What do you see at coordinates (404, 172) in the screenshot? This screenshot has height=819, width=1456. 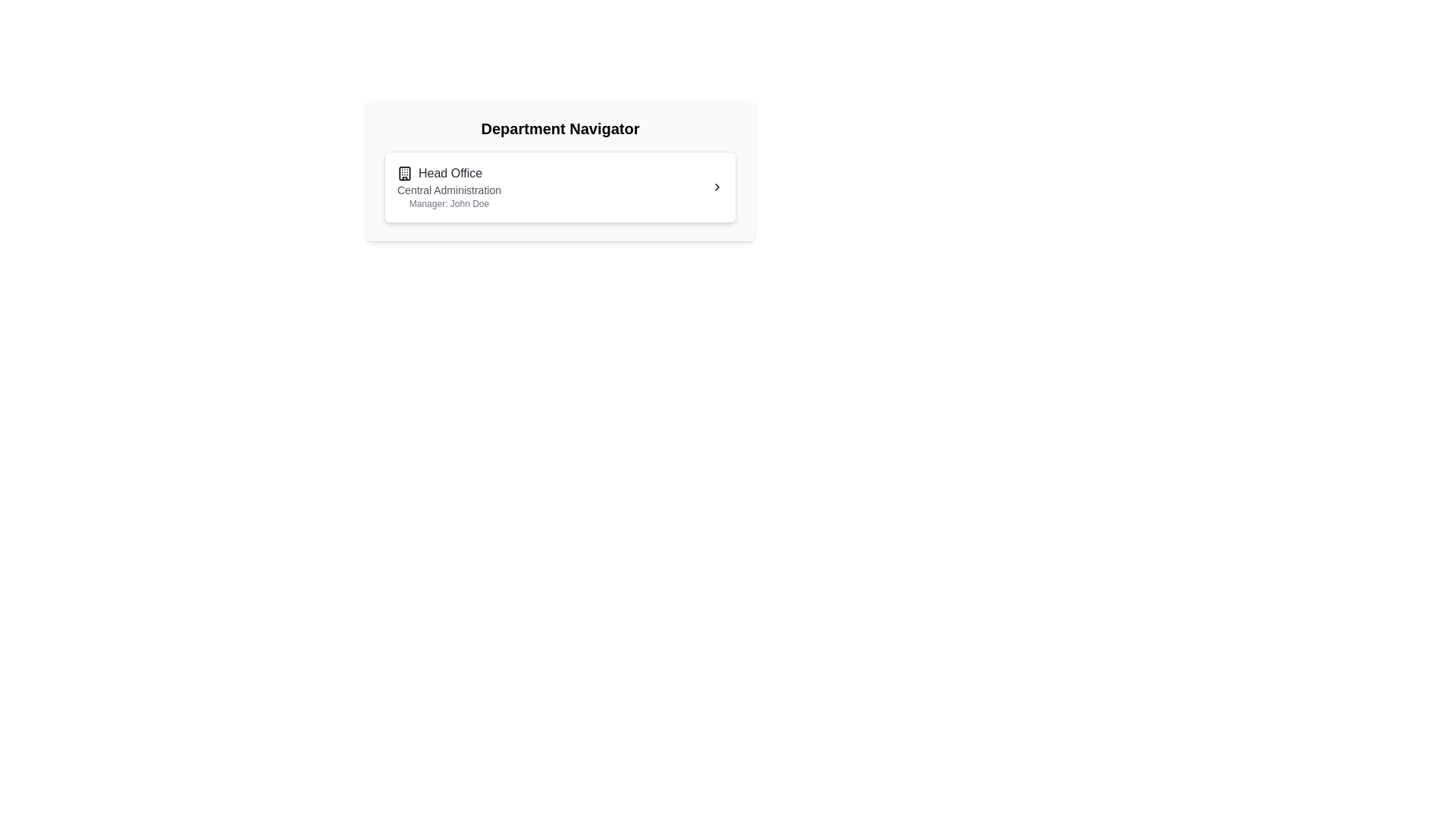 I see `SVG properties of the building icon located to the left of the 'Head Office' text label in the 'Department Navigator' UI` at bounding box center [404, 172].